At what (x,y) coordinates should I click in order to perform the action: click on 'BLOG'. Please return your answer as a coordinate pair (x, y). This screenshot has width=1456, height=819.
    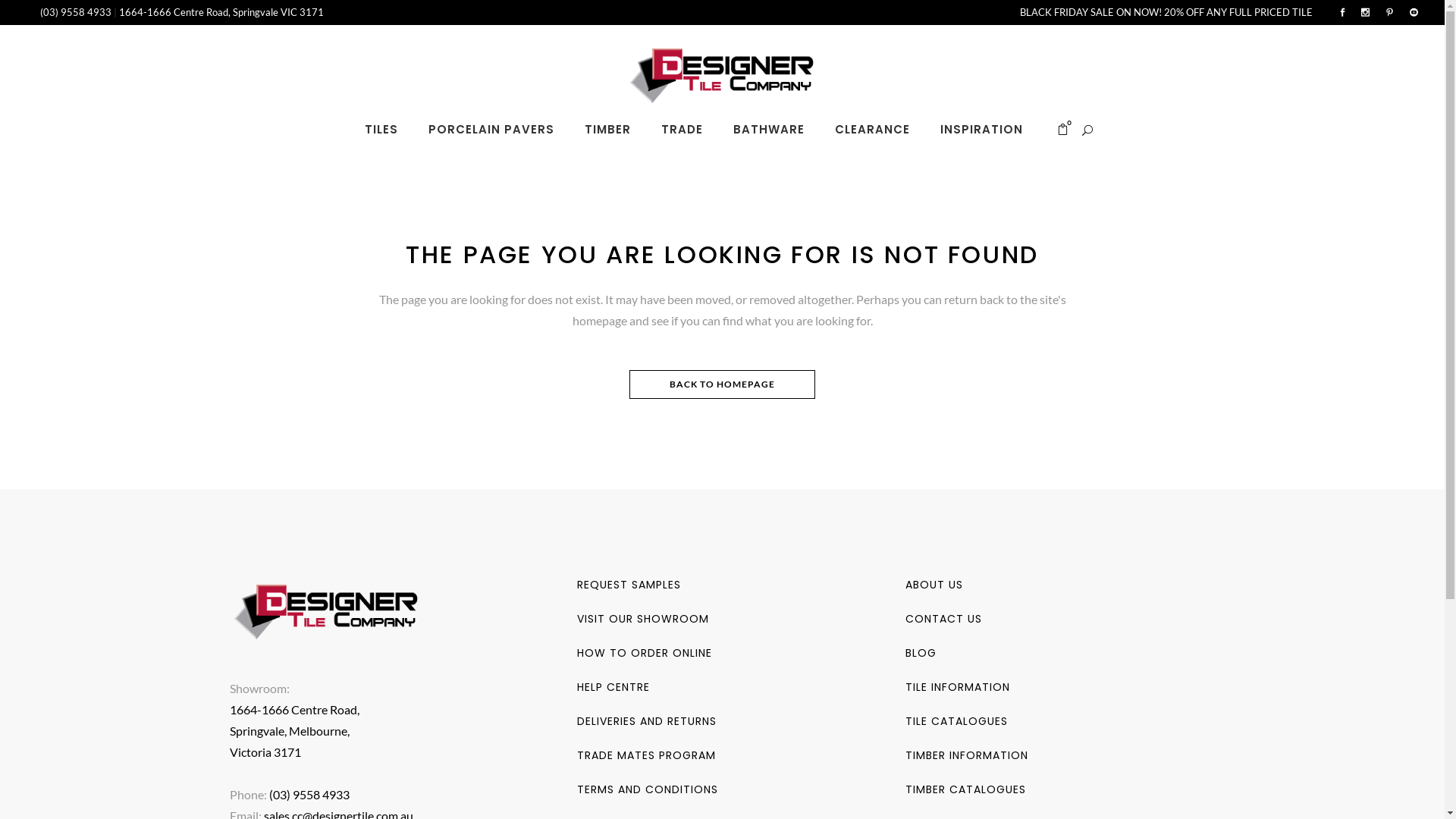
    Looking at the image, I should click on (920, 651).